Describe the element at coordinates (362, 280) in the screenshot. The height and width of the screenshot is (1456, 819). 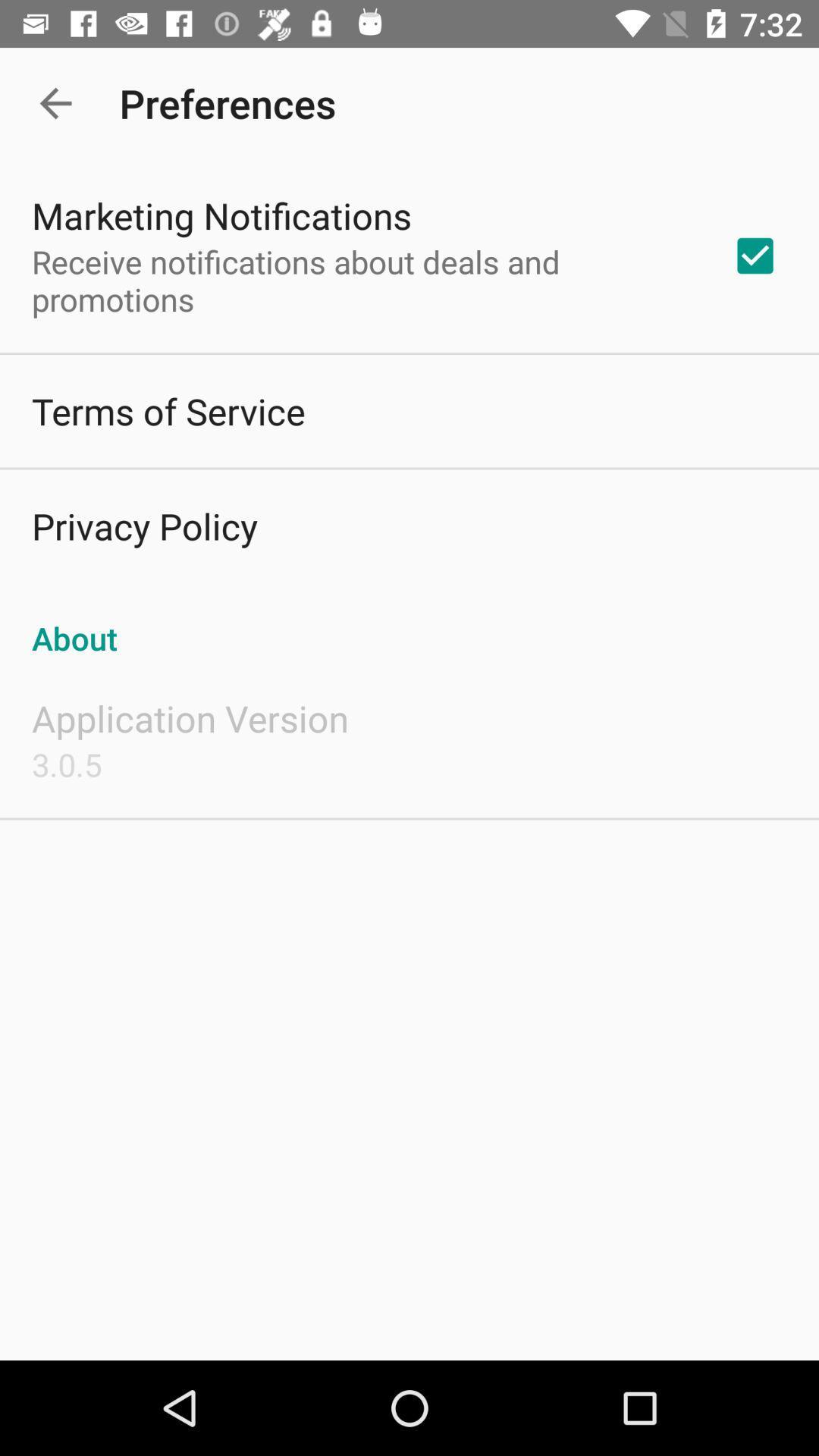
I see `icon above the terms of service` at that location.